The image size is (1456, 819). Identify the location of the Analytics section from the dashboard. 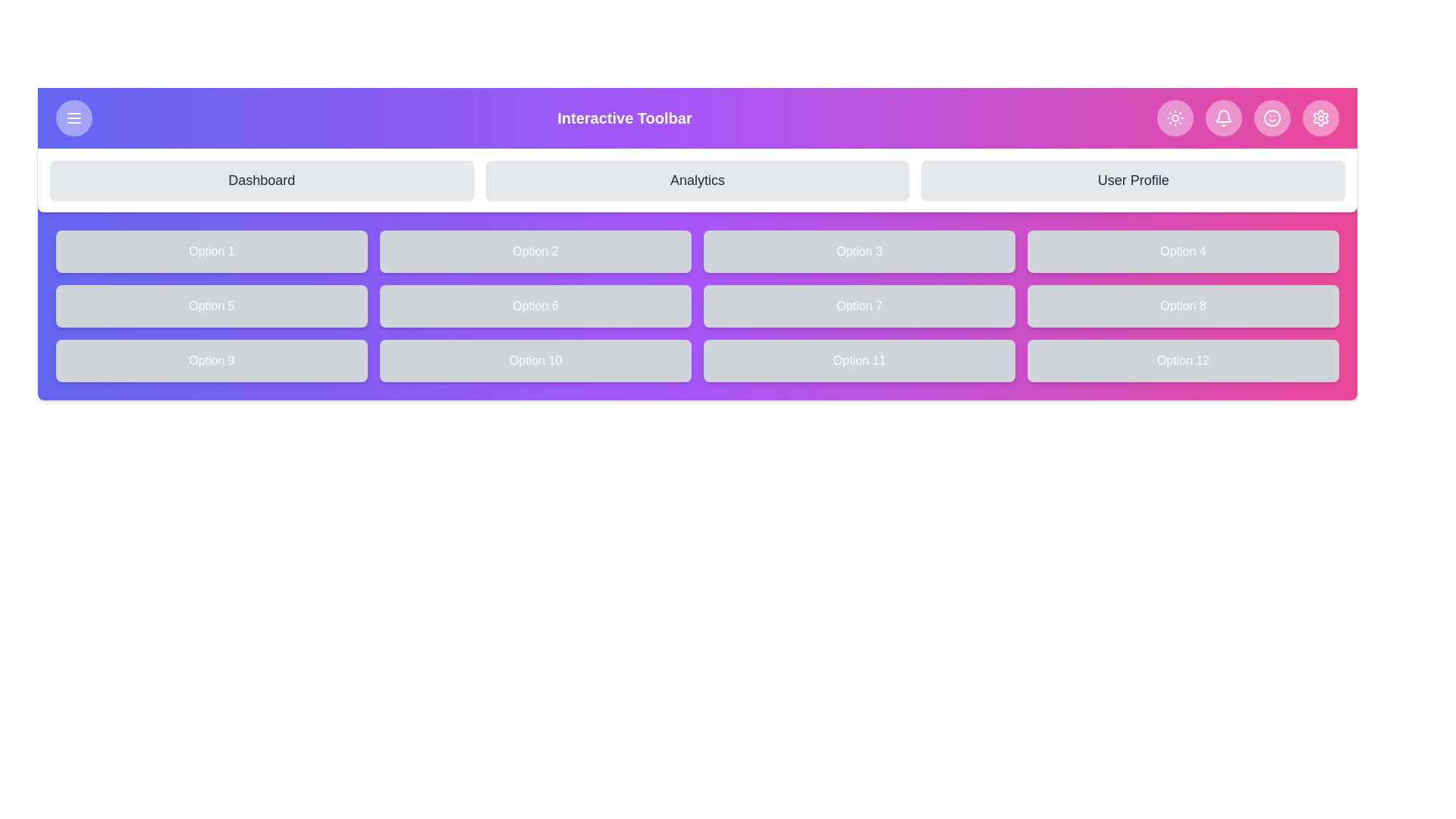
(697, 180).